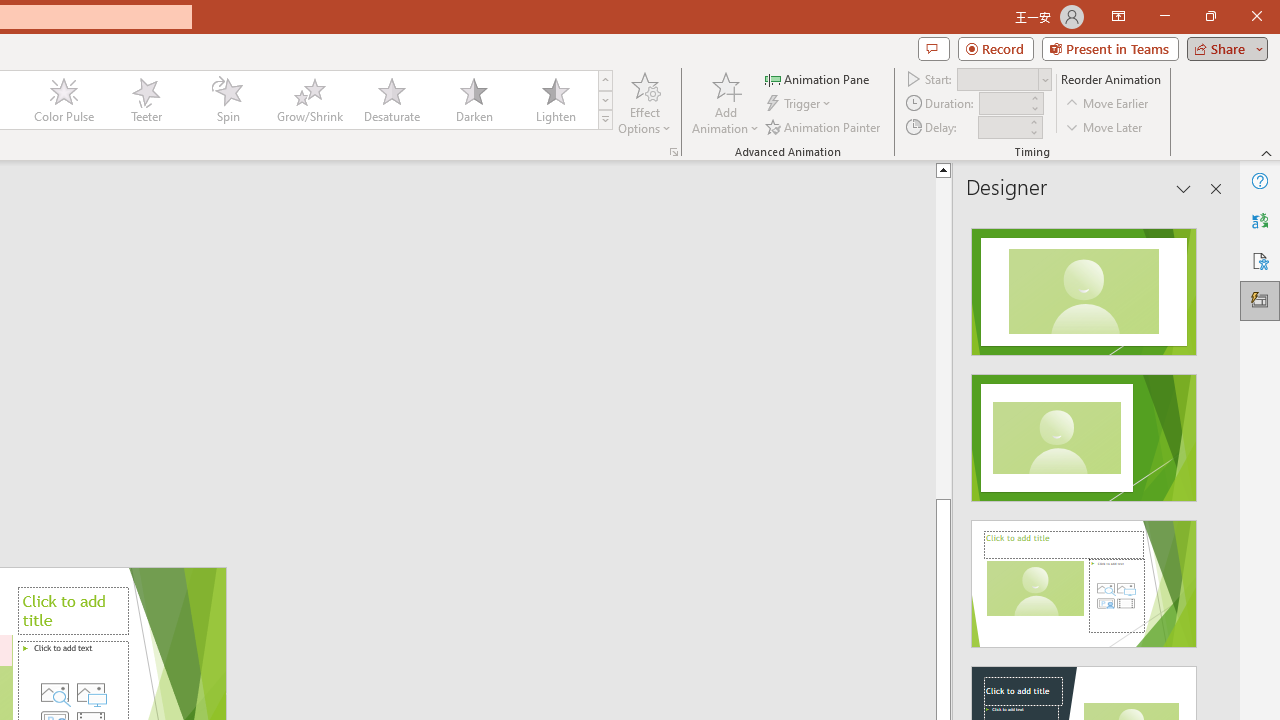 The image size is (1280, 720). I want to click on 'Stock Images', so click(54, 692).